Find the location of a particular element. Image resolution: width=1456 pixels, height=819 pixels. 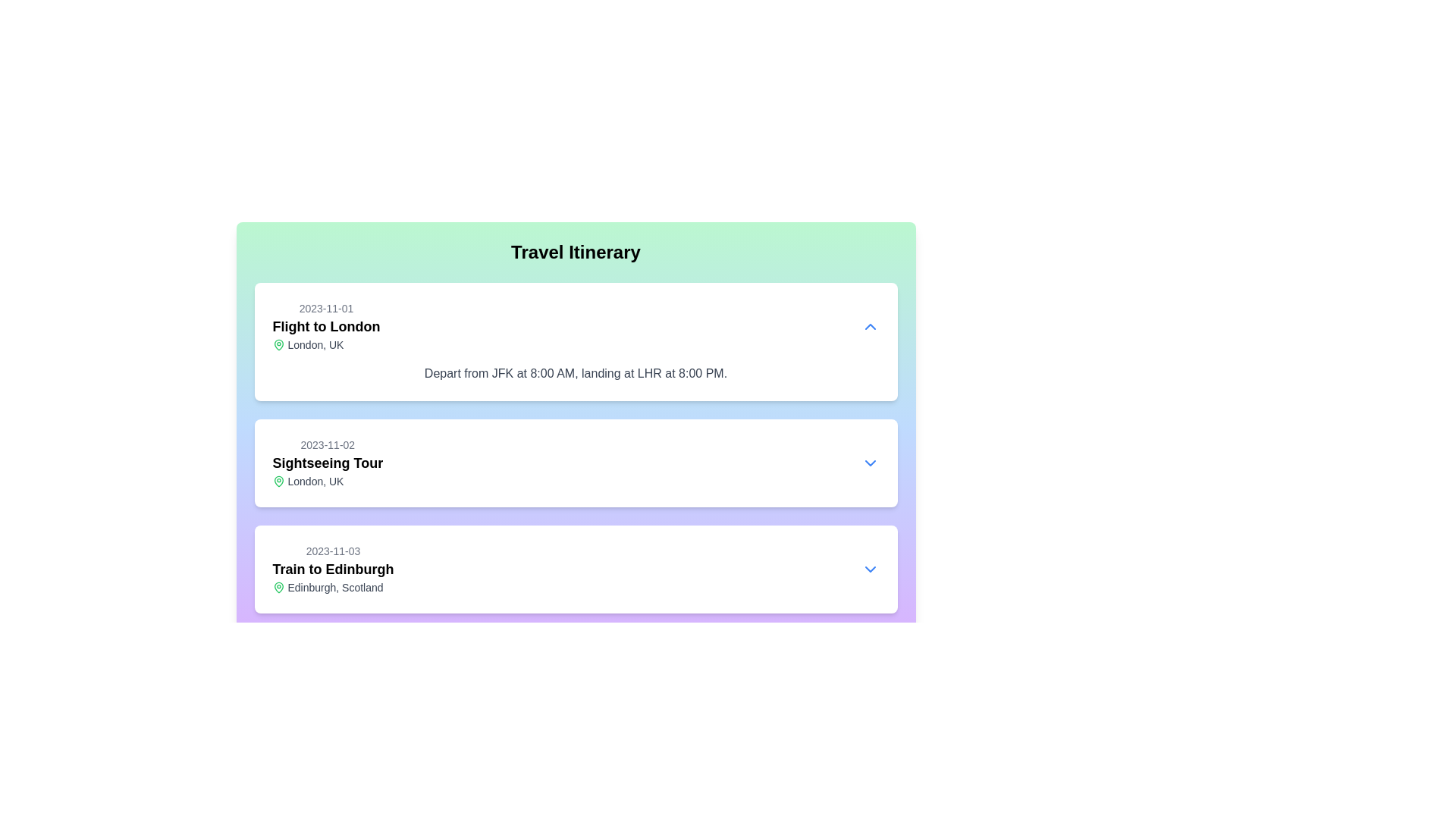

the text label displaying 'London, UK', which is part of the second itinerary item under the 'Sightseeing Tour' heading, aligned to the left with an icon to its left is located at coordinates (315, 482).